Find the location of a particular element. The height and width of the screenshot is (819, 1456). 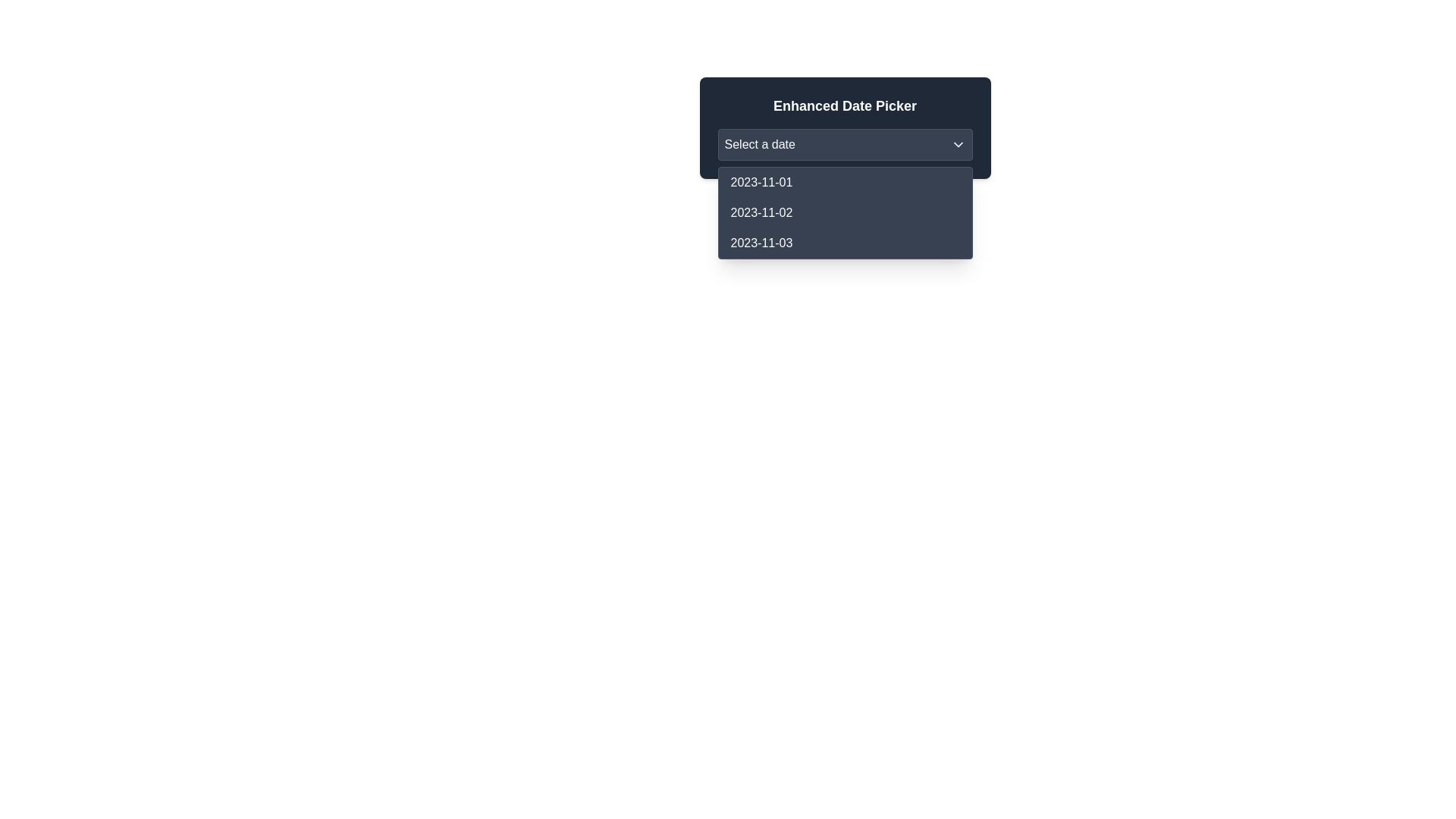

the downward-pointing chevron SVG icon located inside the 'Select a date' dropdown menu is located at coordinates (957, 145).